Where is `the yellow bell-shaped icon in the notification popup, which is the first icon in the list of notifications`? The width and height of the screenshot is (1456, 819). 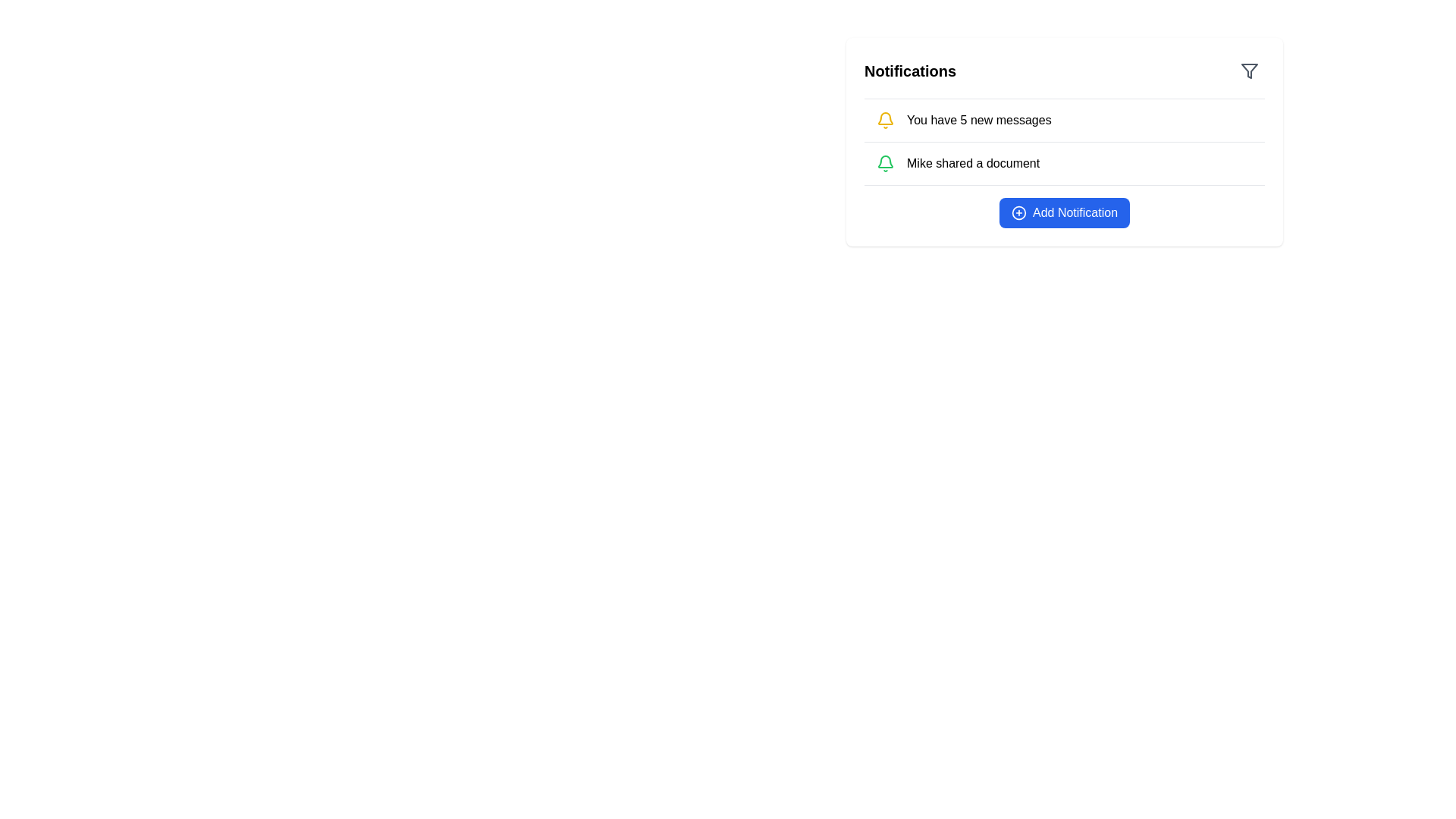 the yellow bell-shaped icon in the notification popup, which is the first icon in the list of notifications is located at coordinates (885, 118).